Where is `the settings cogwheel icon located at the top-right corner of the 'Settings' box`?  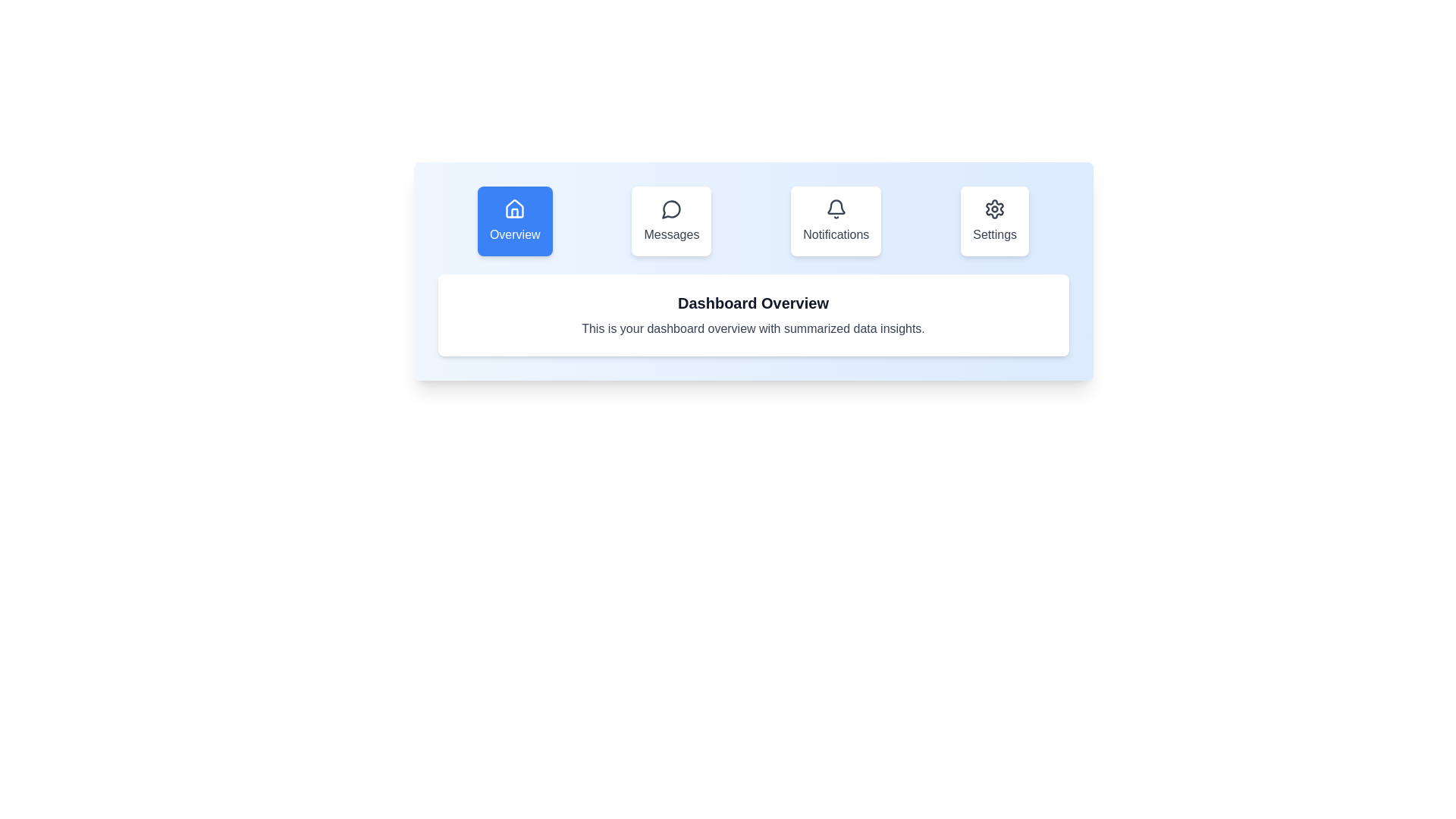
the settings cogwheel icon located at the top-right corner of the 'Settings' box is located at coordinates (994, 209).